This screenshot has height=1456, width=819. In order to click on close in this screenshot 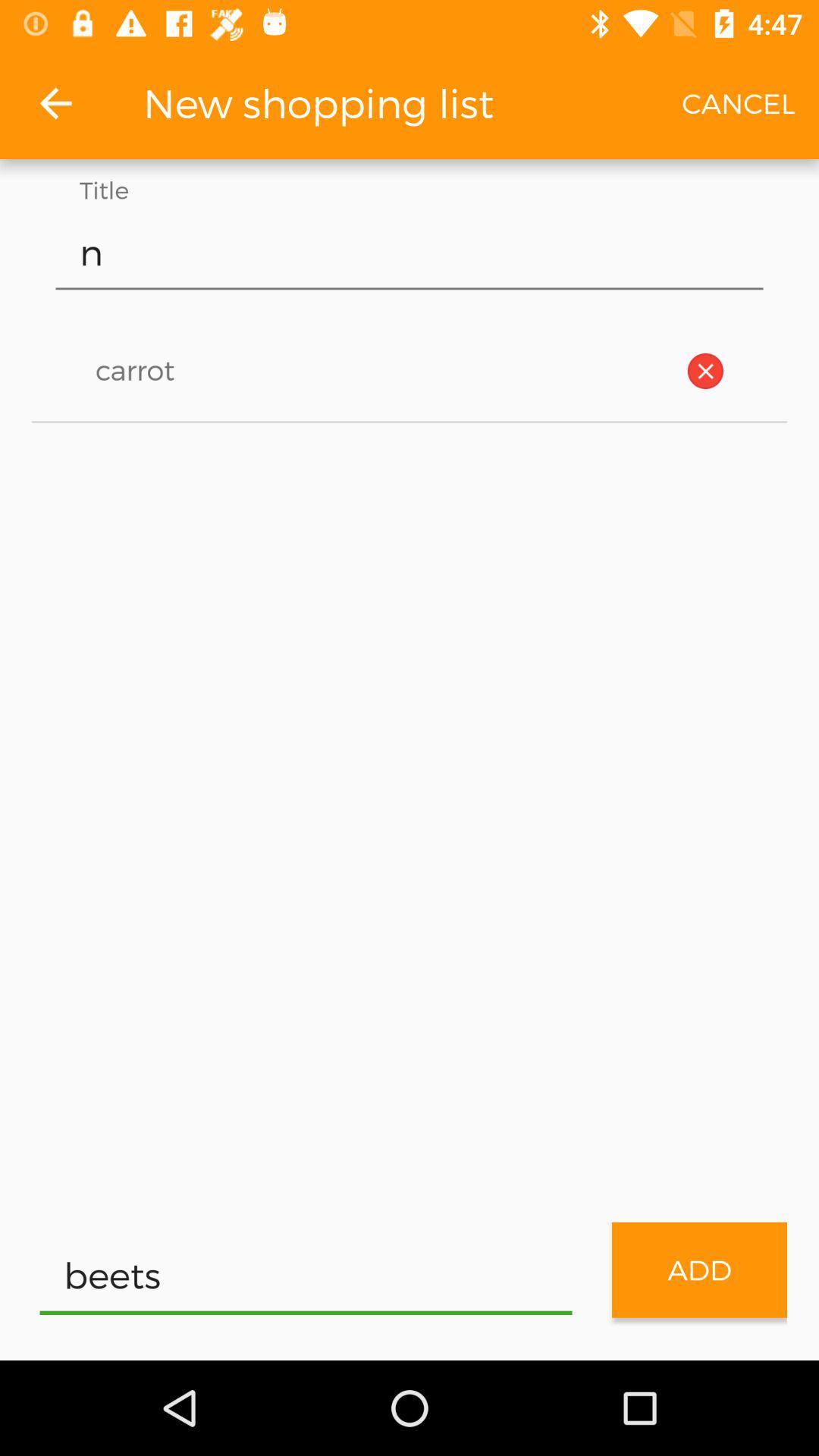, I will do `click(705, 371)`.